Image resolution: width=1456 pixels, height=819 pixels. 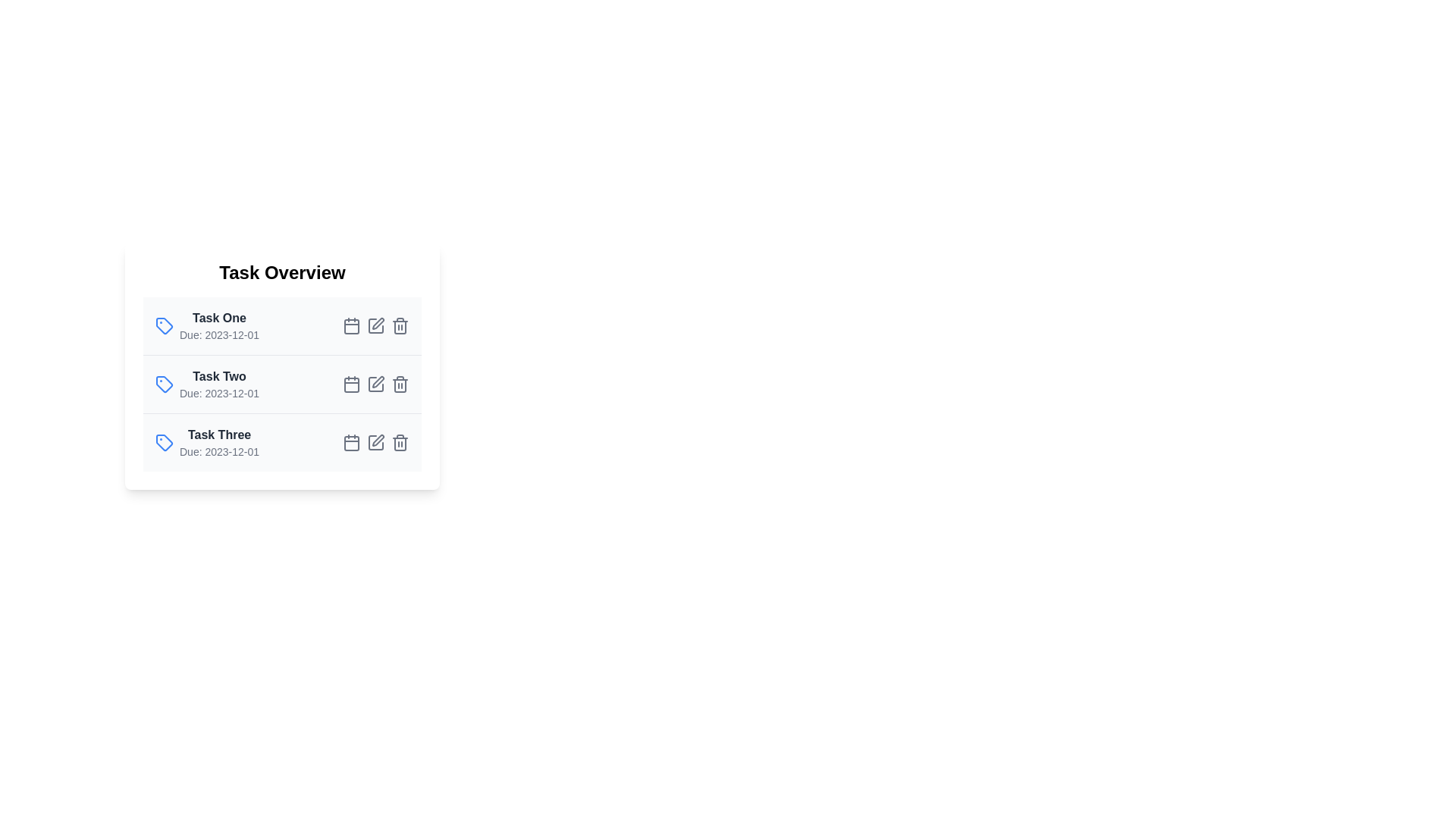 What do you see at coordinates (218, 325) in the screenshot?
I see `text displayed on the first task item titled 'Task One' with due date 'Due: 2023-12-01' in the task list` at bounding box center [218, 325].